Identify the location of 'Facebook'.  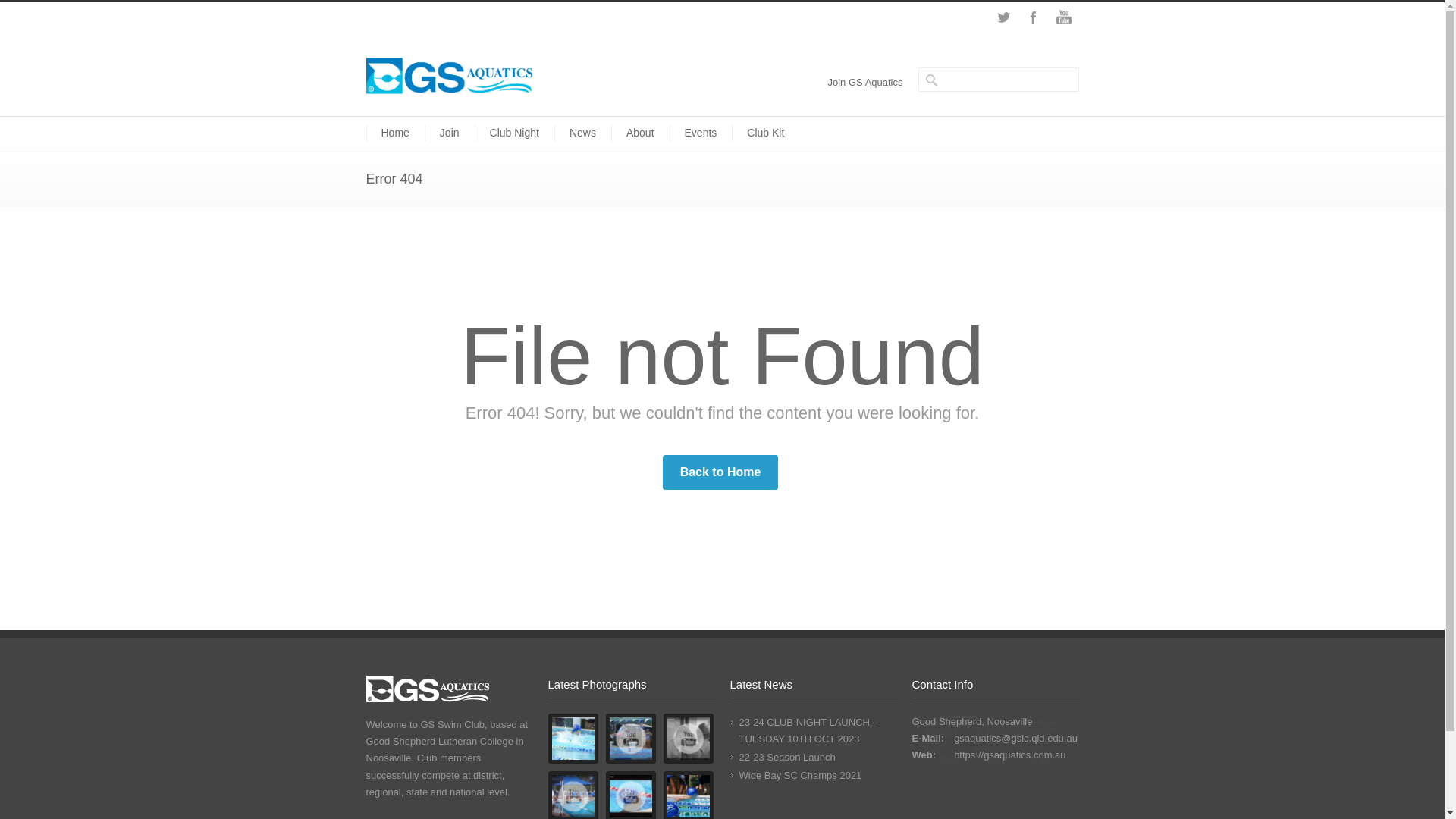
(1032, 17).